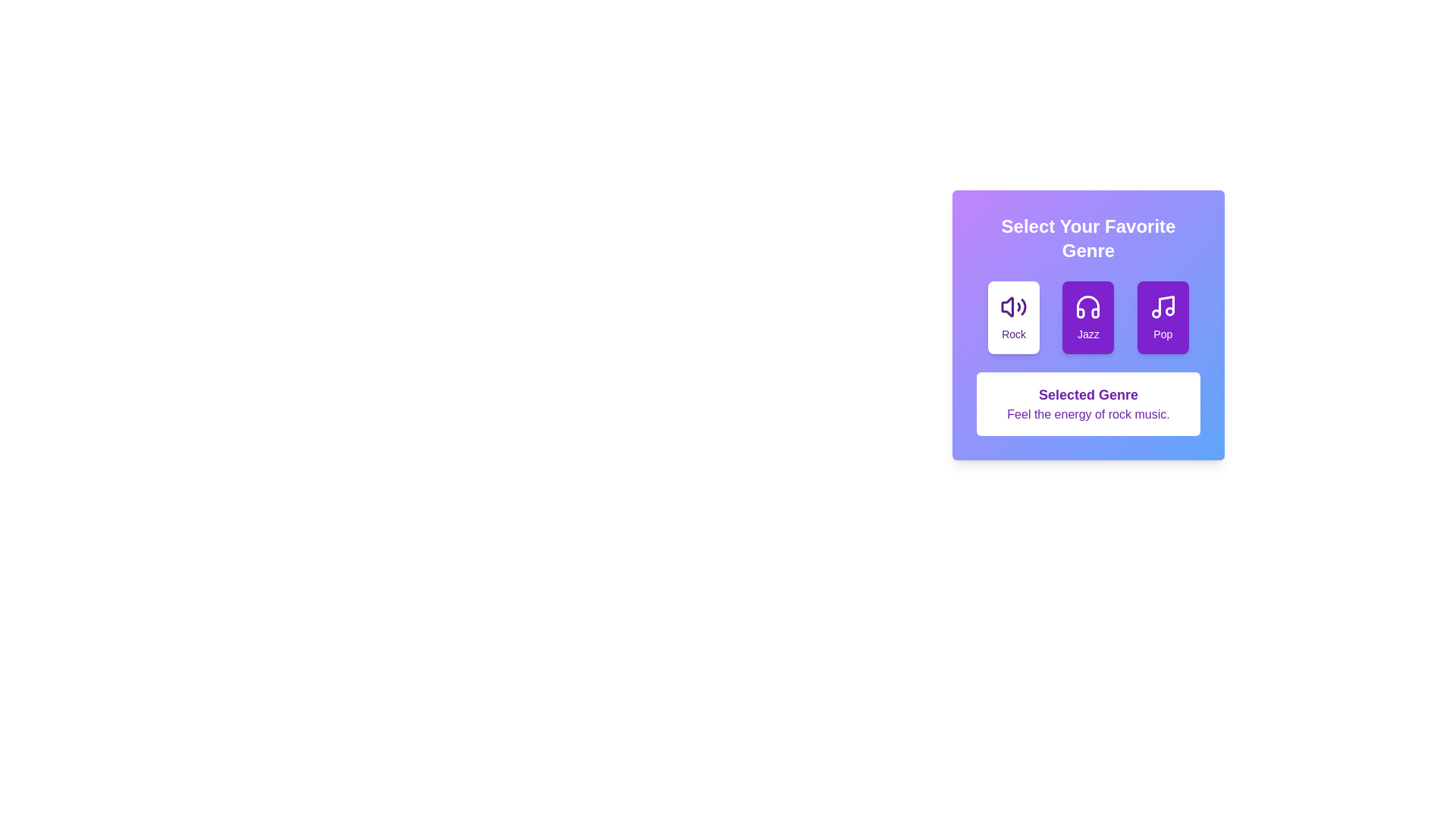 The height and width of the screenshot is (819, 1456). Describe the element at coordinates (1161, 317) in the screenshot. I see `the music genre by clicking on the button labeled Pop` at that location.